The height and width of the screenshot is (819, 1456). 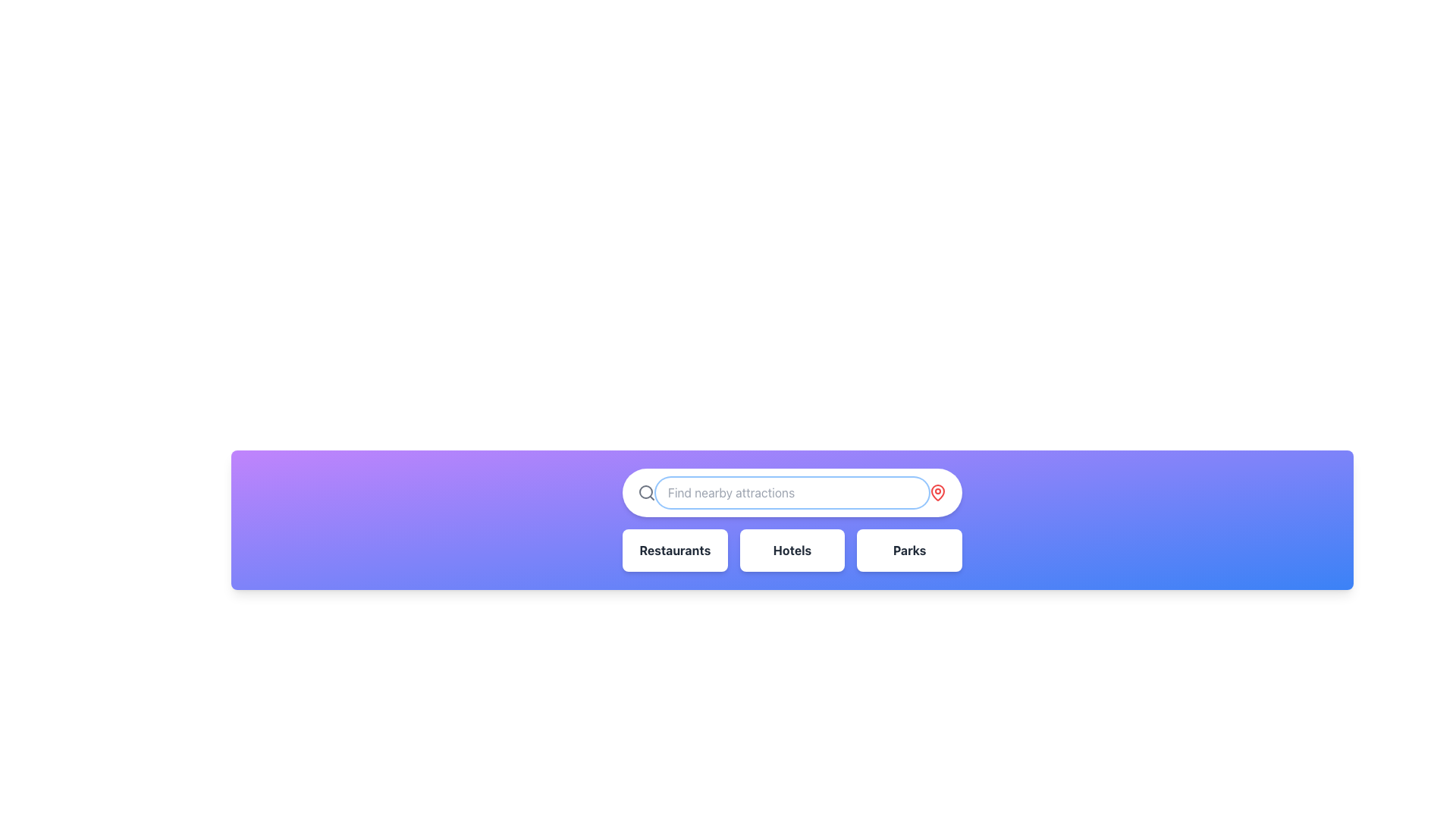 What do you see at coordinates (674, 550) in the screenshot?
I see `the leftmost rectangular white button with rounded corners labeled 'Restaurants'` at bounding box center [674, 550].